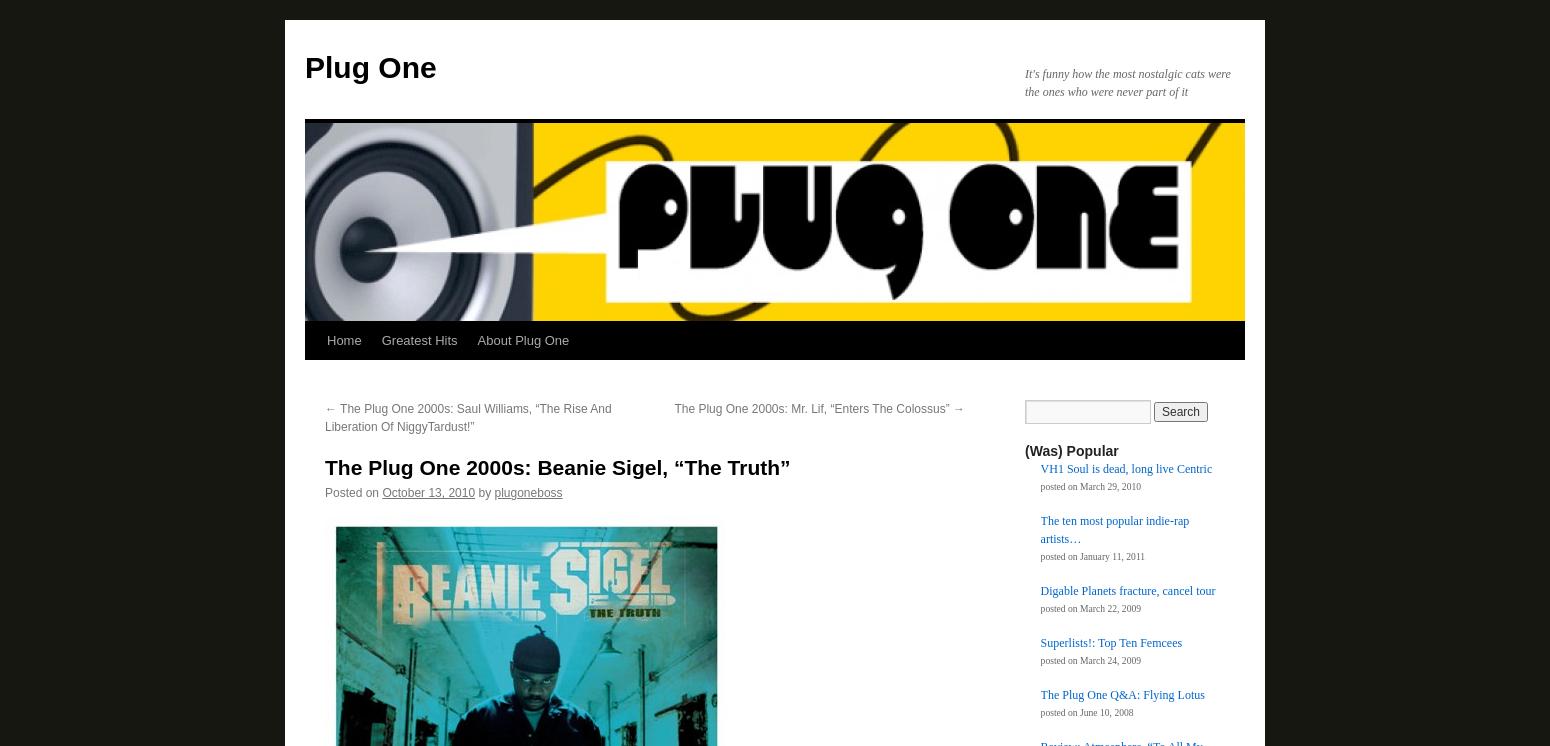  What do you see at coordinates (483, 492) in the screenshot?
I see `'by'` at bounding box center [483, 492].